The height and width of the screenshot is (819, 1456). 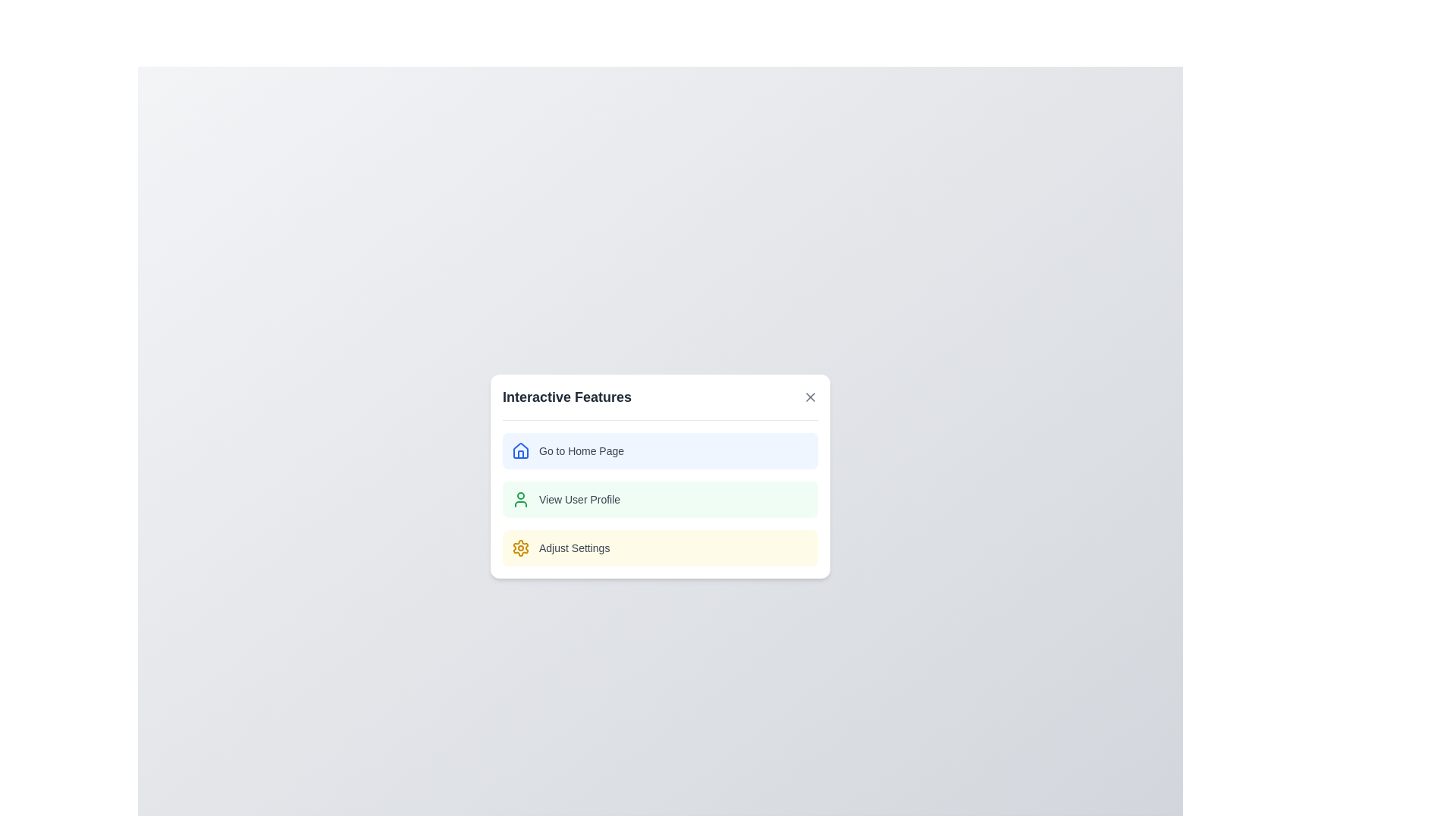 I want to click on the 'Adjust Settings' text label located in the third entry of the list of interactive features, which is set against a highlighted yellowish background and has a gear icon to its left, so click(x=573, y=548).